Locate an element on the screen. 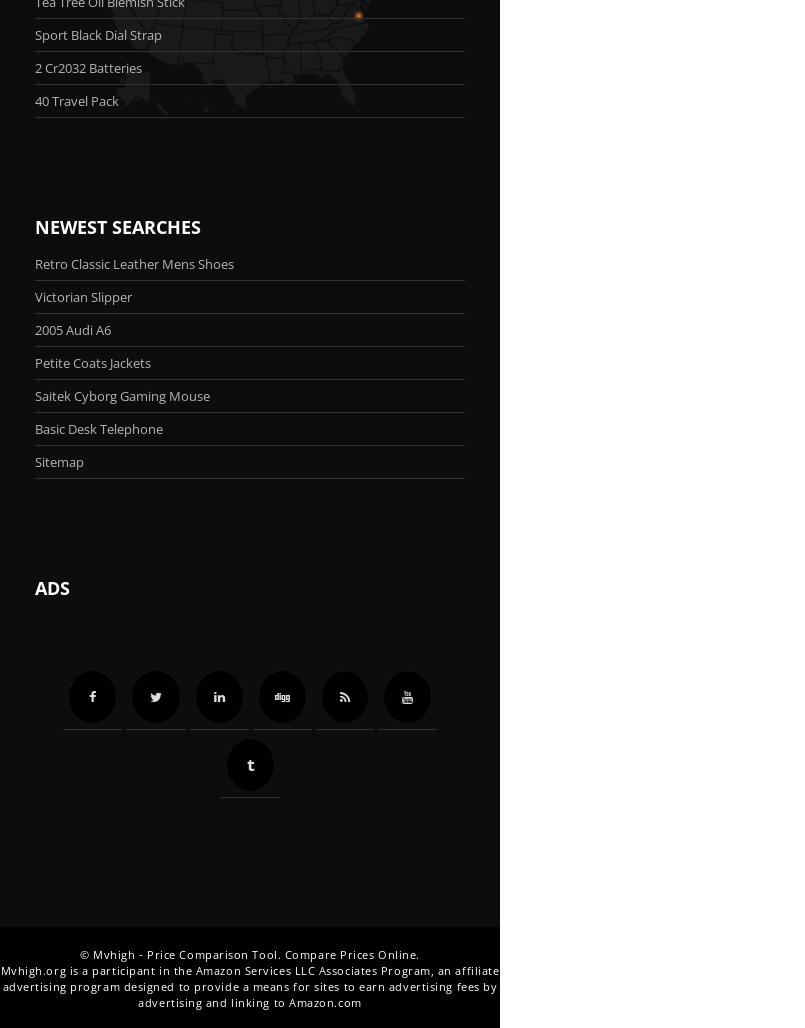  'Saitek Cyborg Gaming Mouse' is located at coordinates (122, 394).